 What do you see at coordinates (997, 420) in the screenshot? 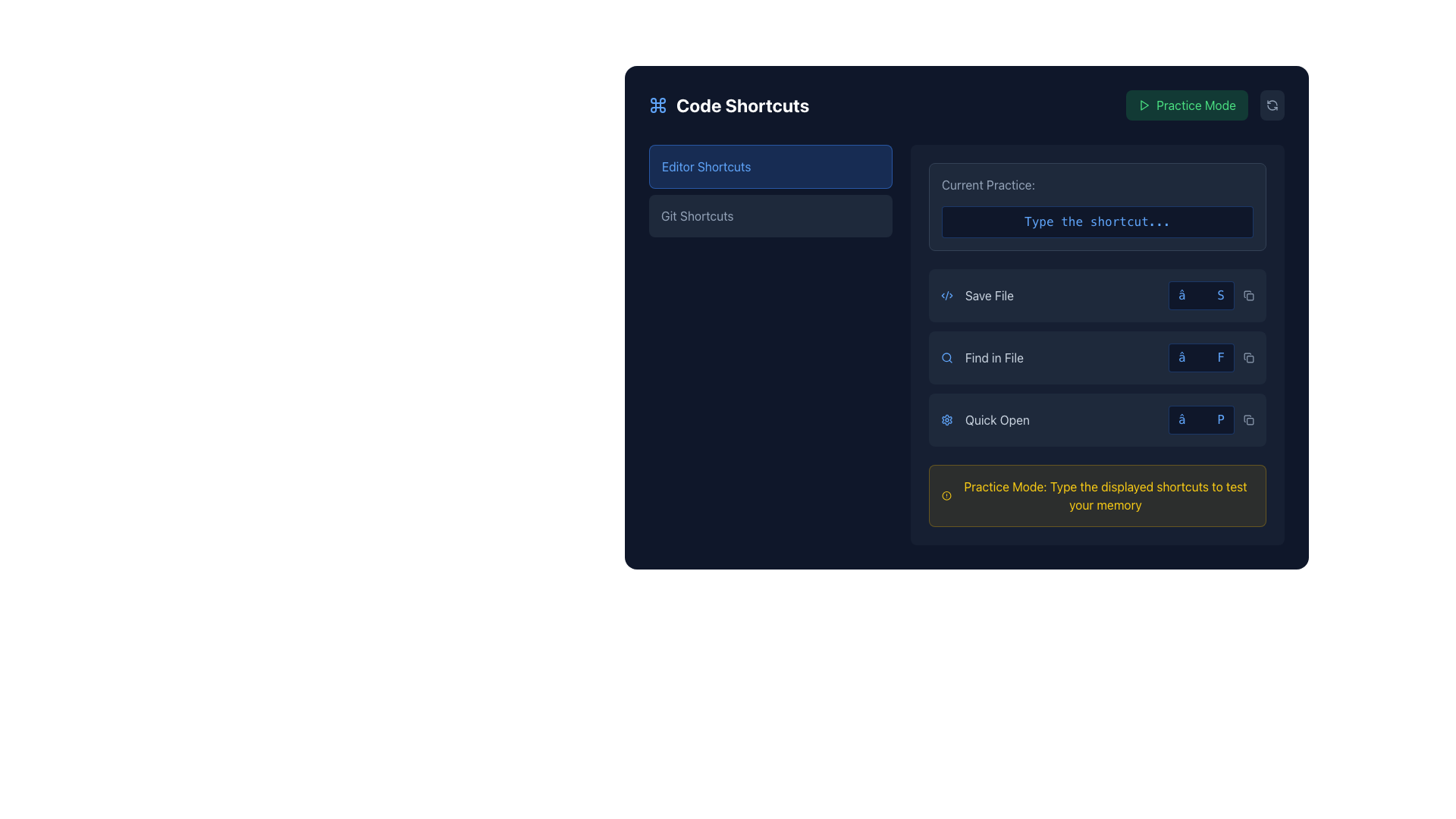
I see `the 'Quick Open' text label, which is styled in light slate color on a dark background` at bounding box center [997, 420].